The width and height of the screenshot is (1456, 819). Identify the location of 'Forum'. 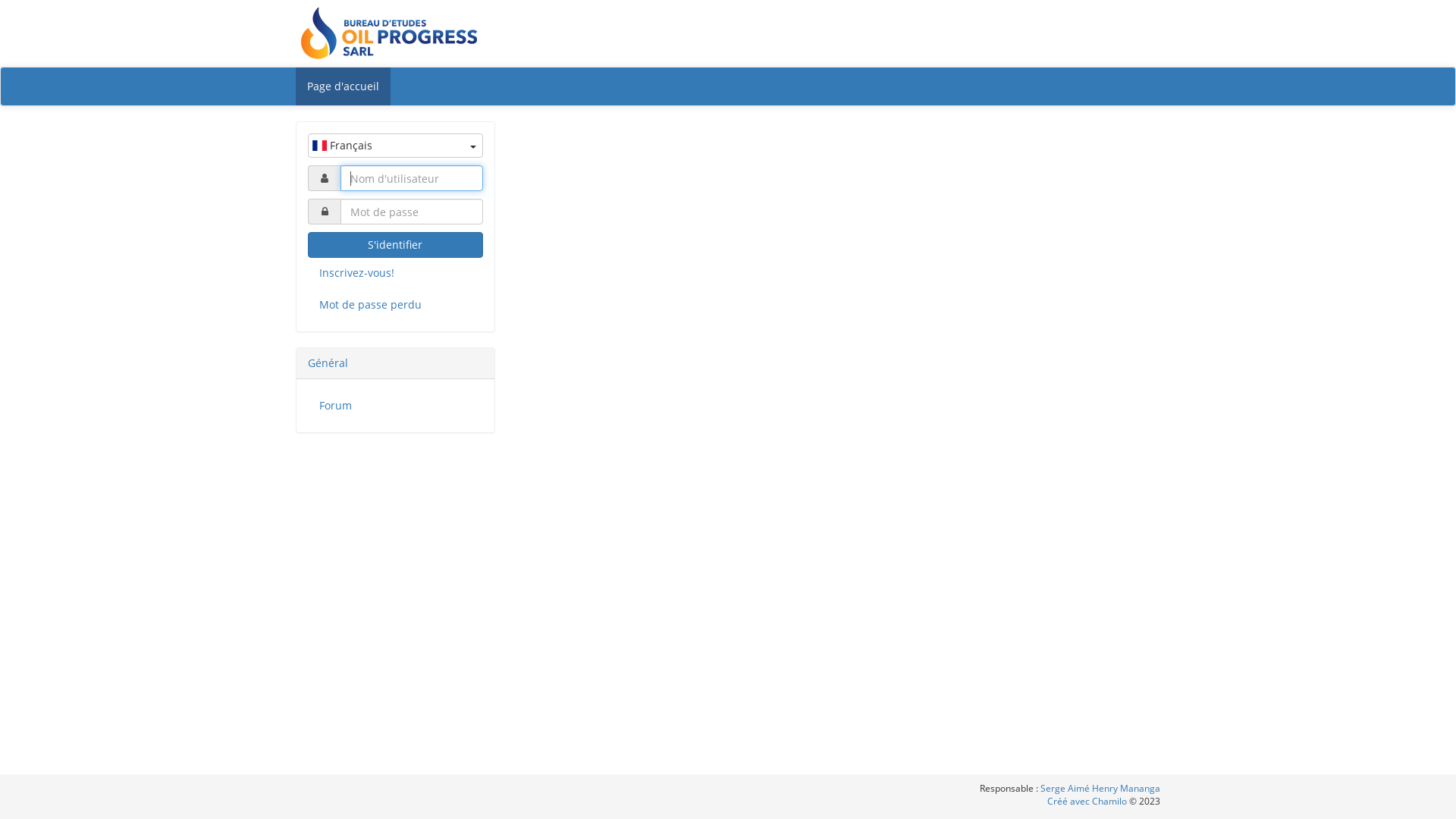
(307, 405).